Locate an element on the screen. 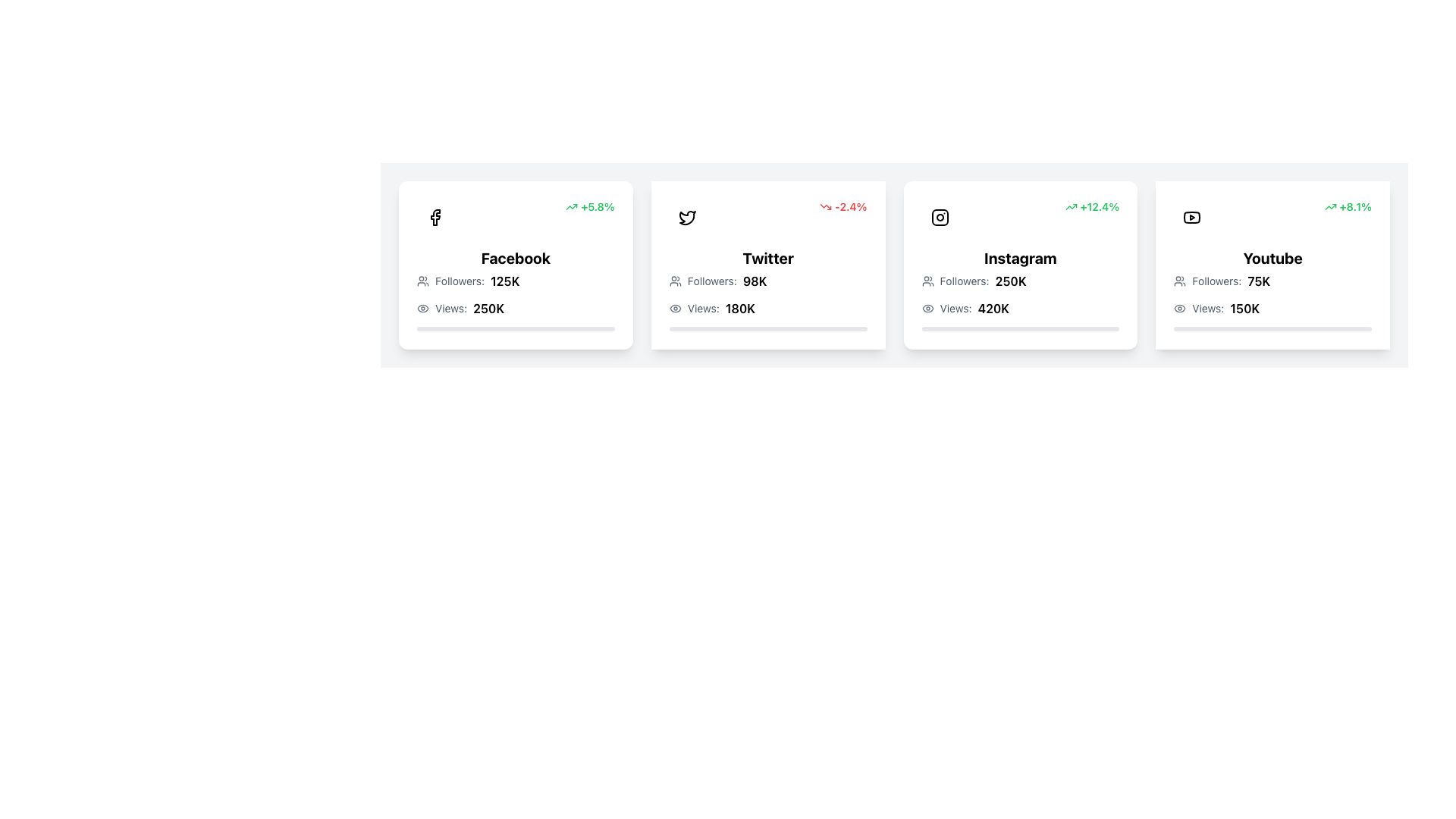  the filled portion of the progress bar located beneath the 'Views: 250K' text in the first card labeled 'Facebook' is located at coordinates (475, 328).